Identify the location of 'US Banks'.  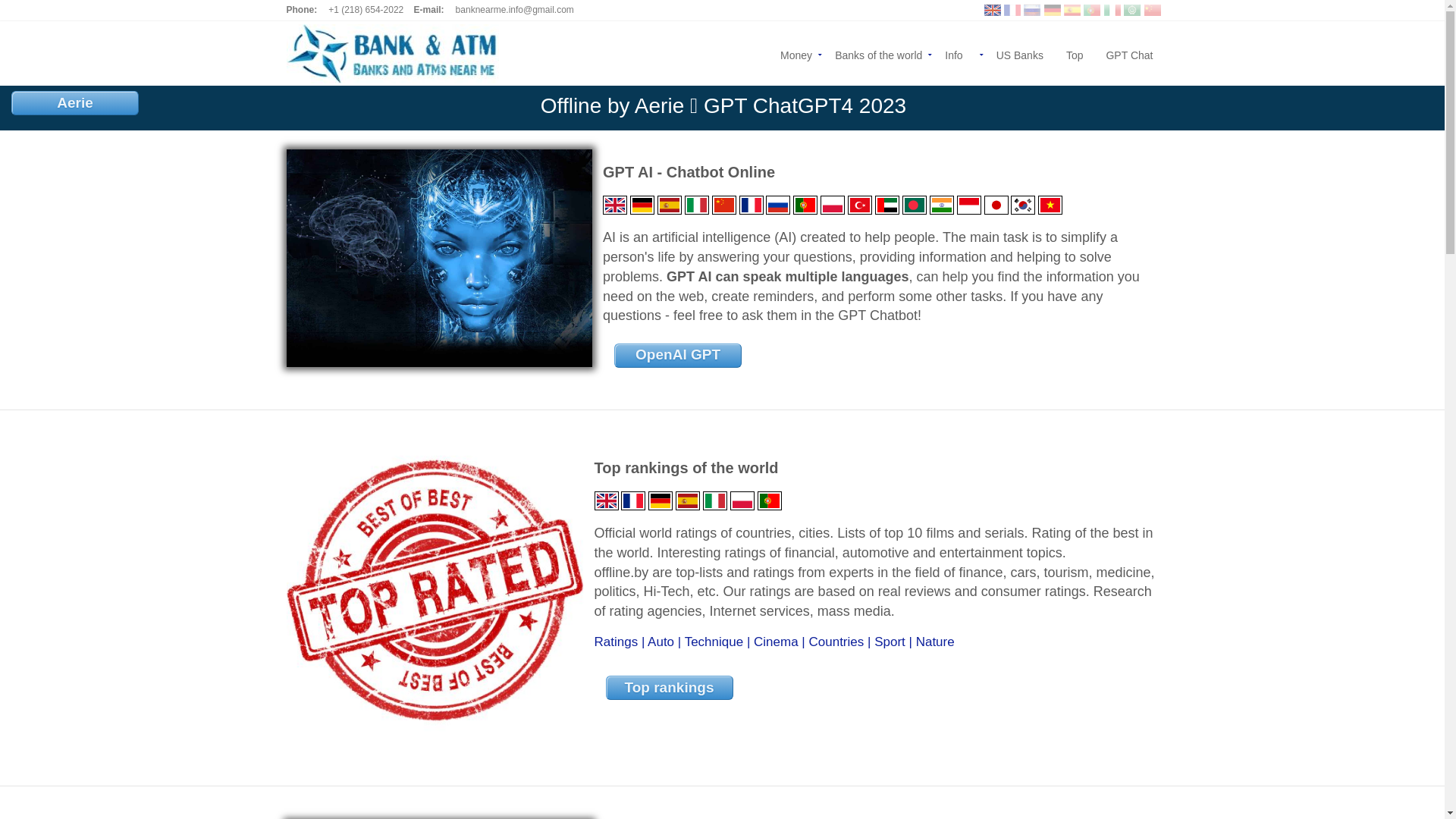
(1019, 52).